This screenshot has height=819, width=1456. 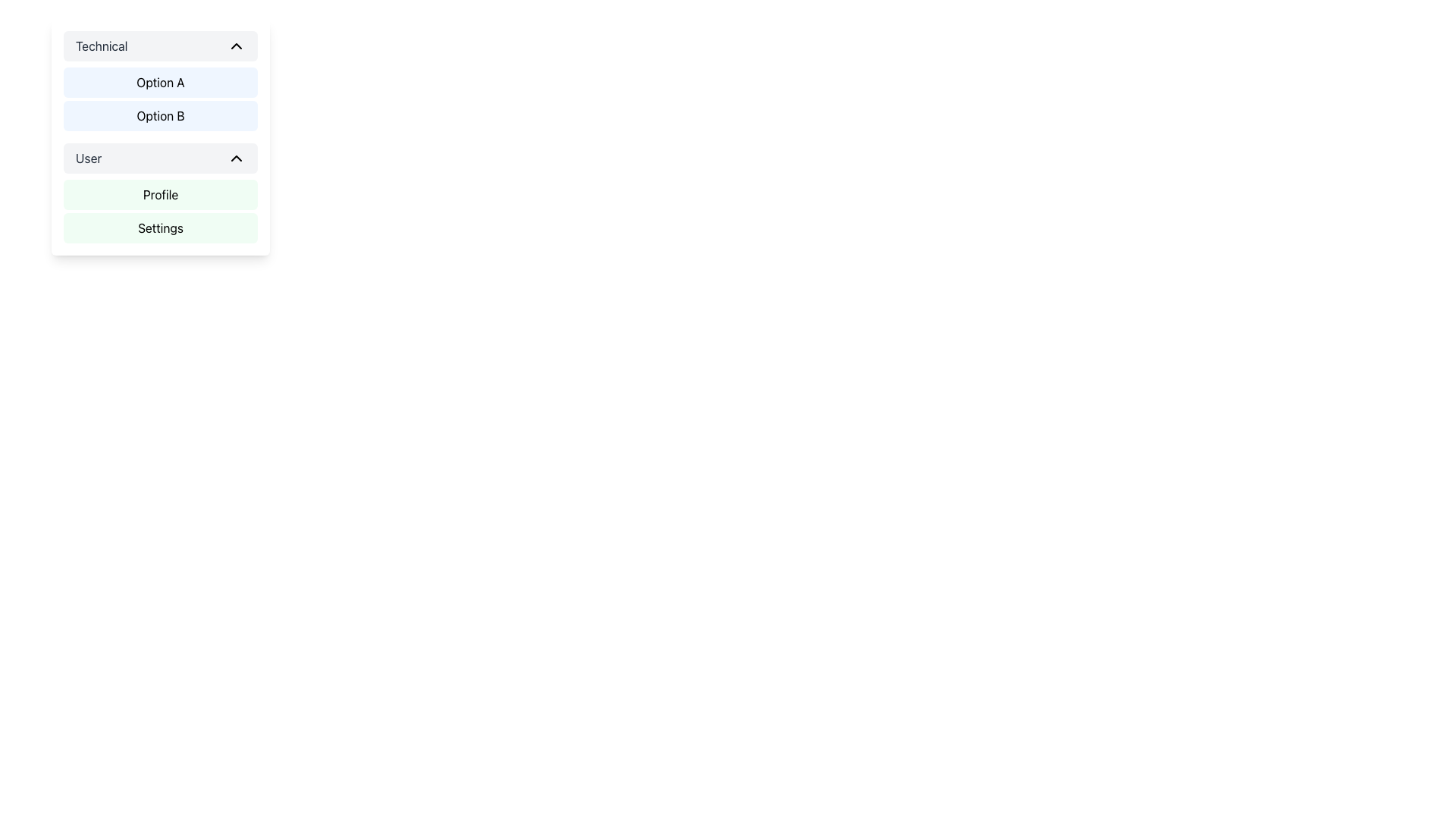 I want to click on the second option selection button under the 'Technical' category, so click(x=160, y=115).